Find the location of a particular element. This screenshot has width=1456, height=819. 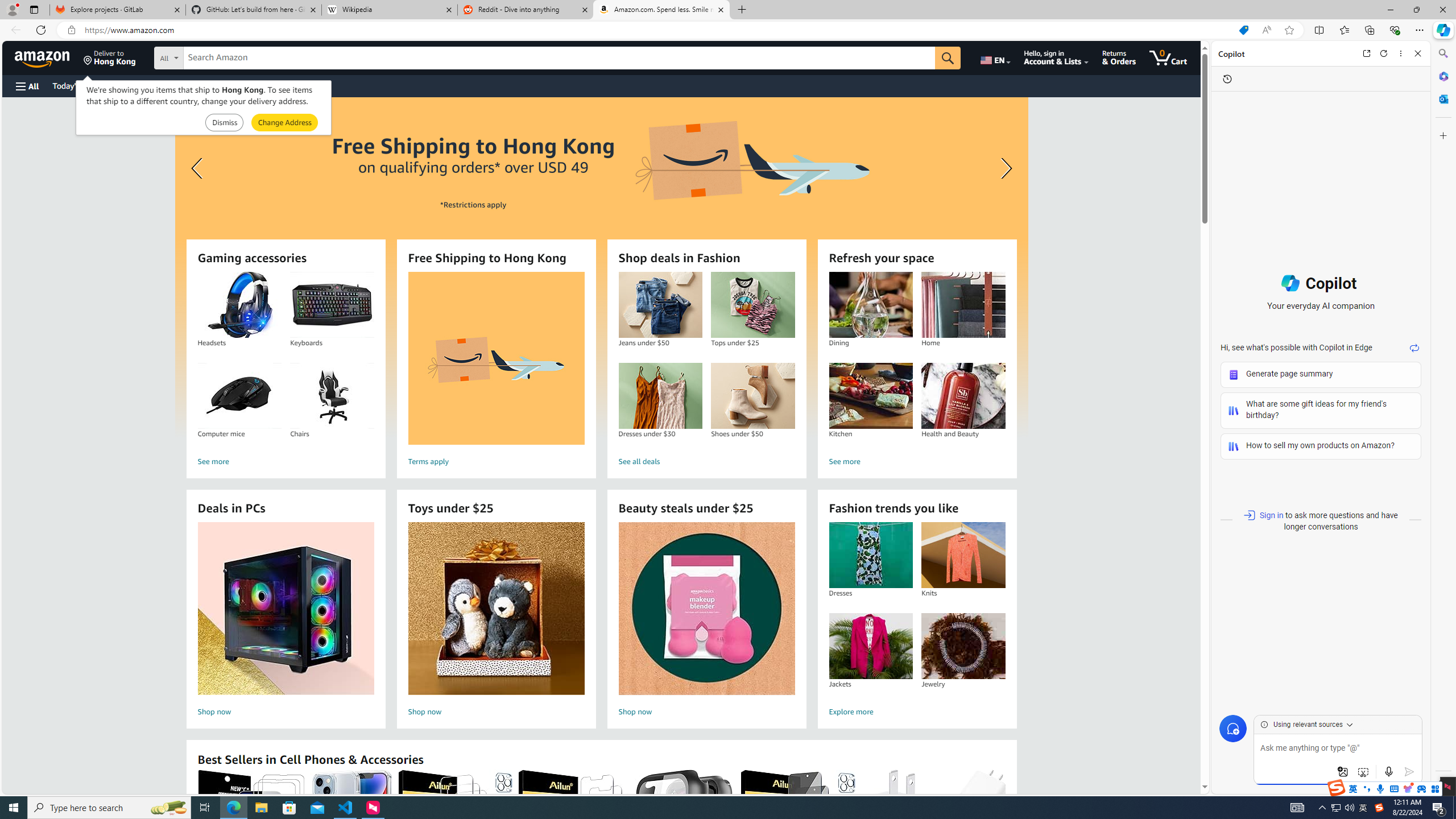

'Search Amazon' is located at coordinates (559, 58).